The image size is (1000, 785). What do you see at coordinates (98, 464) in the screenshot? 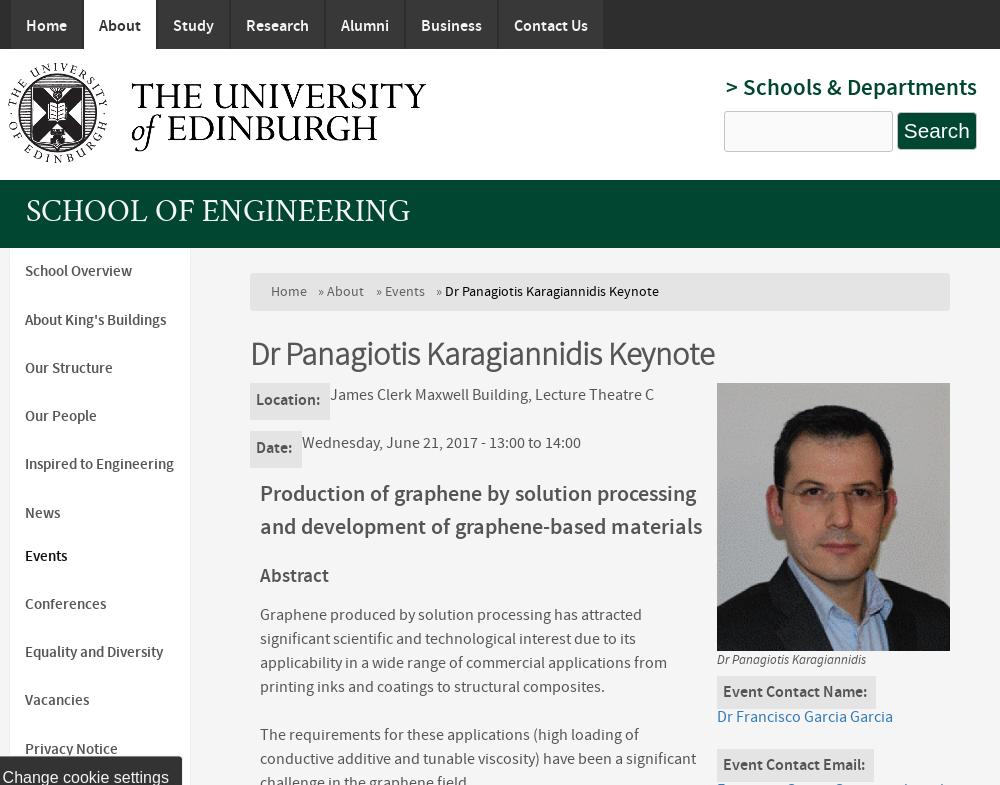
I see `'Inspired to Engineering'` at bounding box center [98, 464].